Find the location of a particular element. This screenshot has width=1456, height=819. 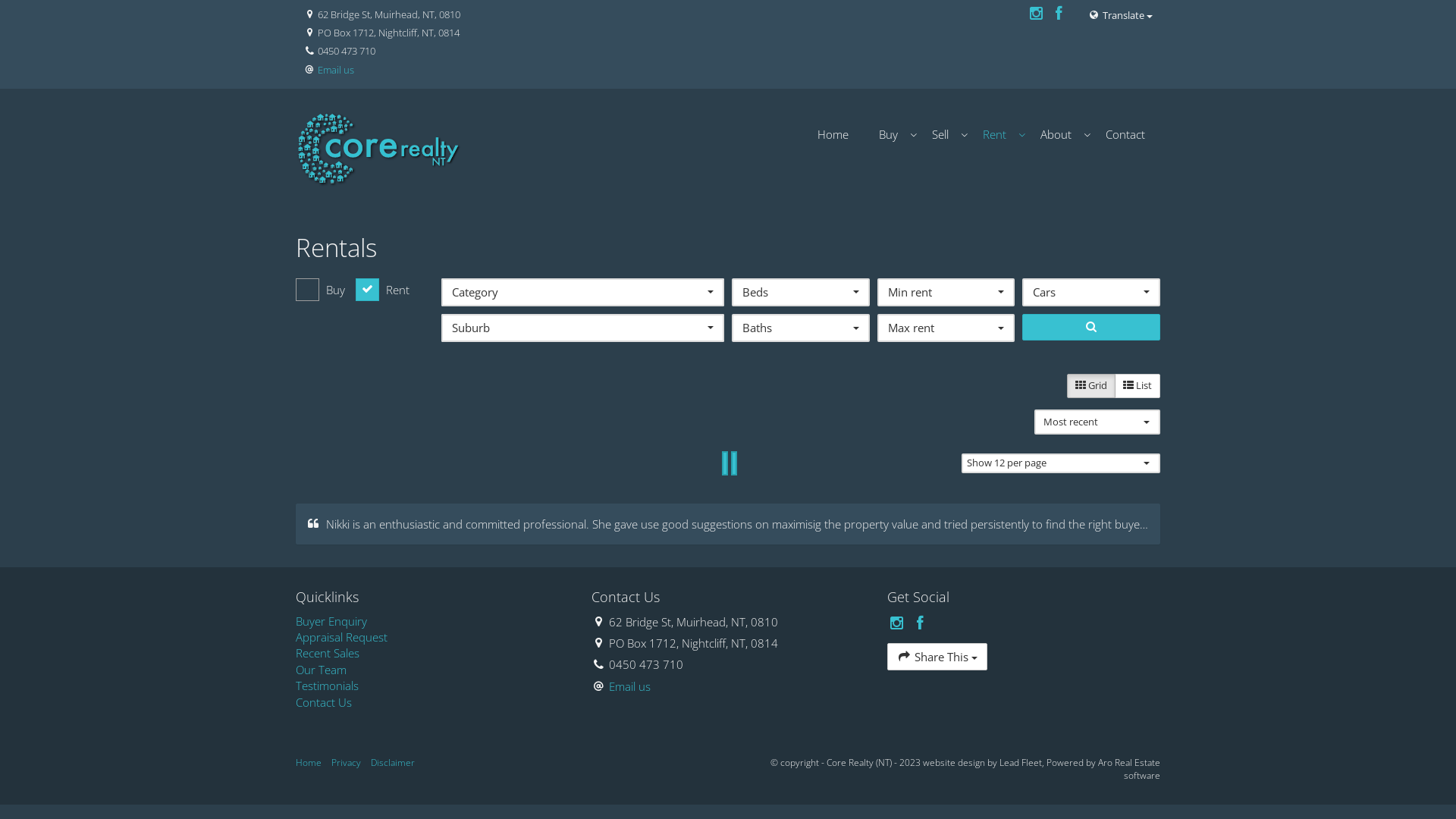

'Max rent is located at coordinates (946, 327).